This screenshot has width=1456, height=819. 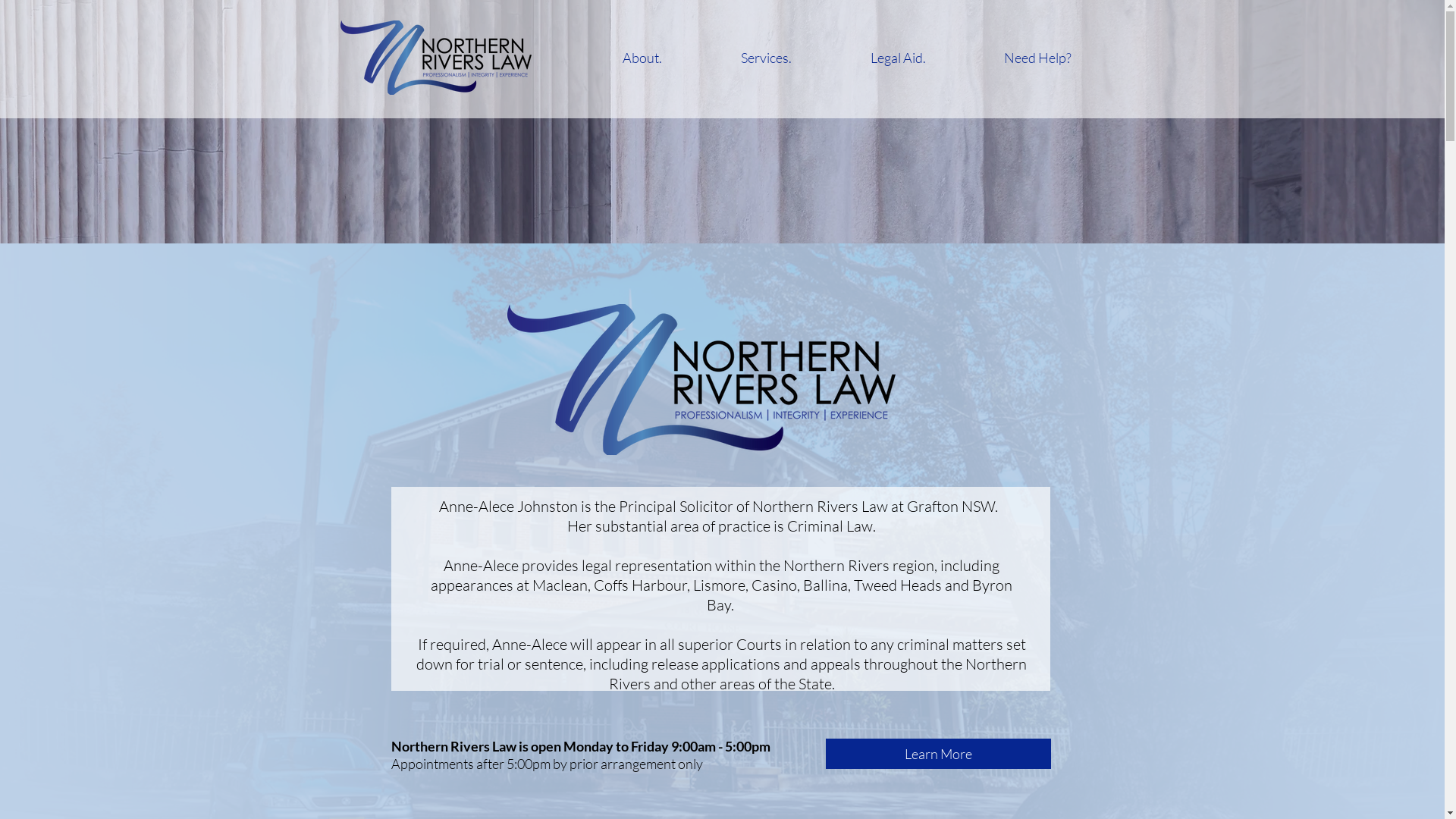 What do you see at coordinates (937, 754) in the screenshot?
I see `'Learn More'` at bounding box center [937, 754].